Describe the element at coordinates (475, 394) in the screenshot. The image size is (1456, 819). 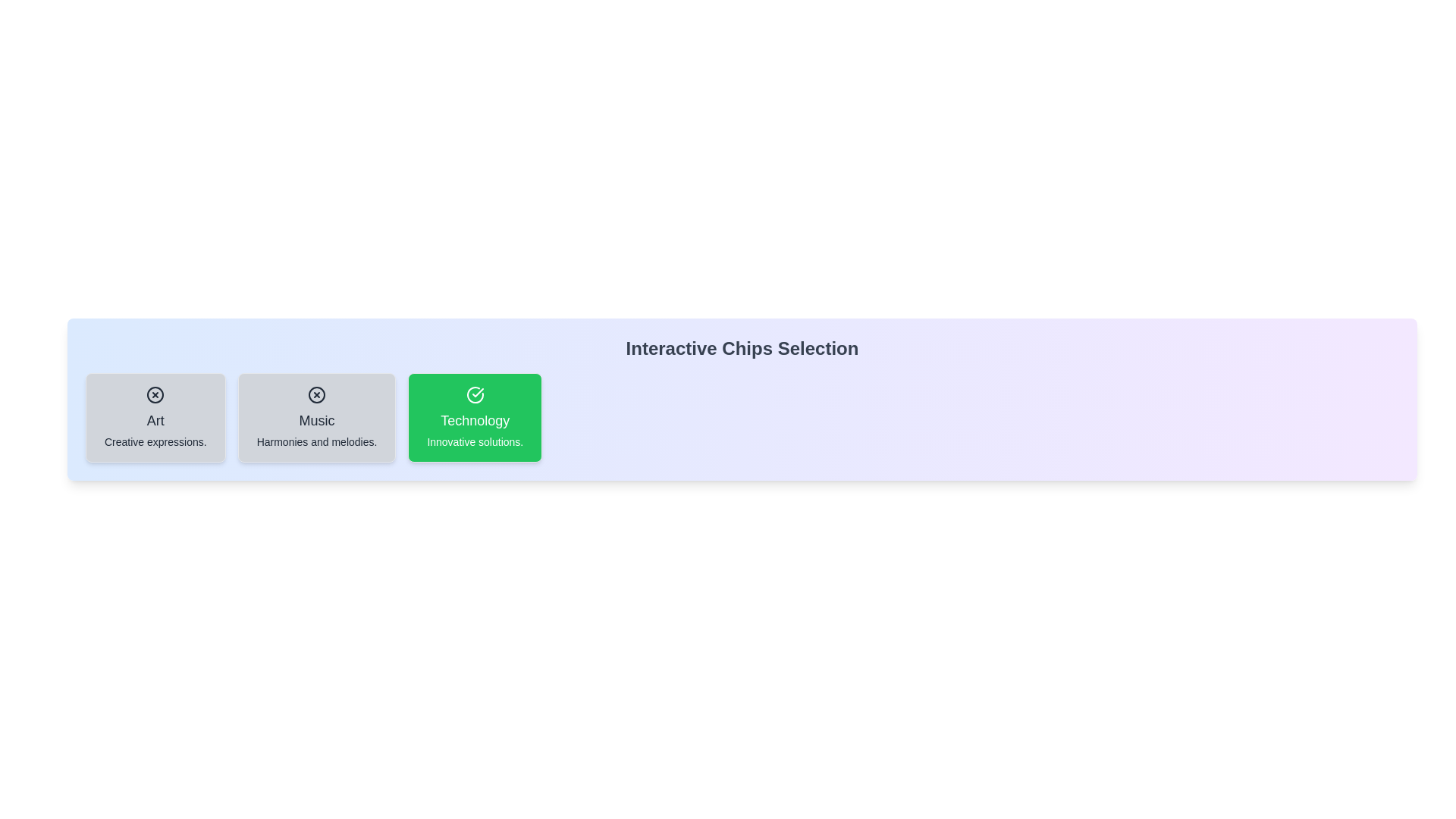
I see `the icon of the chip labeled 'Technology' to toggle its selection state` at that location.